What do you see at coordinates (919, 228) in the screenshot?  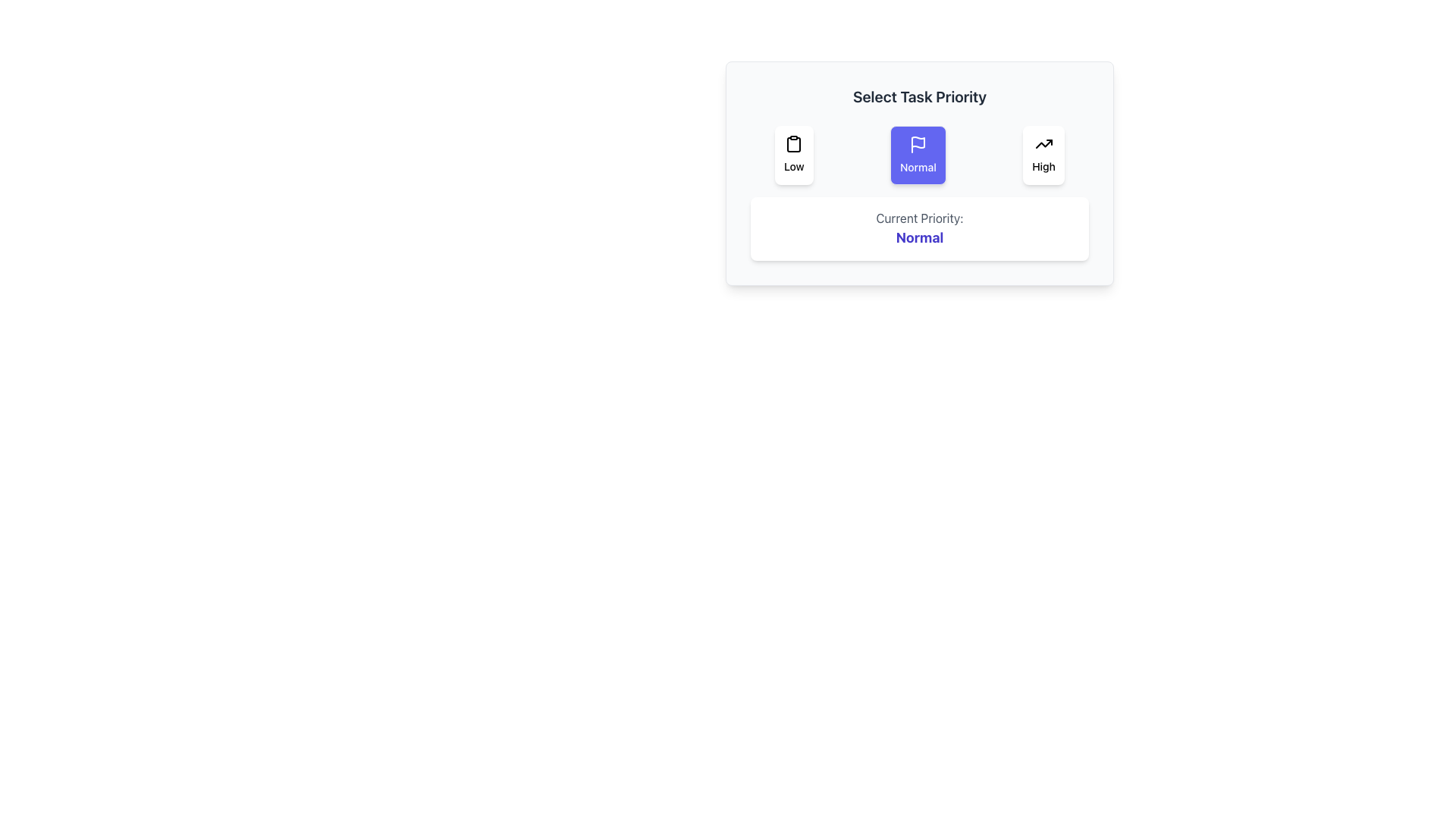 I see `the Text Display indicator that shows the currently selected priority level, which is 'Normal', located at the bottom portion of the interface's central card` at bounding box center [919, 228].